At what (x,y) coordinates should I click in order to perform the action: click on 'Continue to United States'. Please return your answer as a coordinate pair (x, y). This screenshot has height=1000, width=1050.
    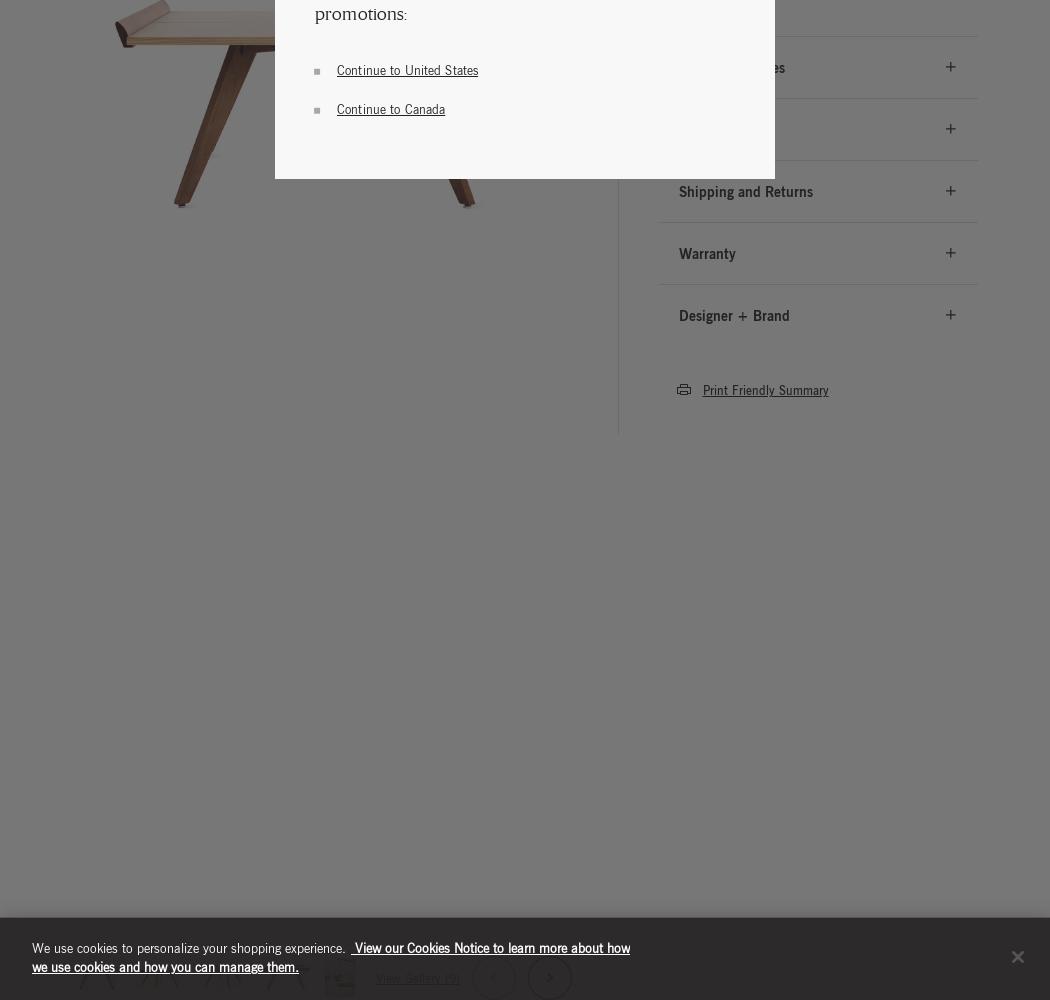
    Looking at the image, I should click on (407, 67).